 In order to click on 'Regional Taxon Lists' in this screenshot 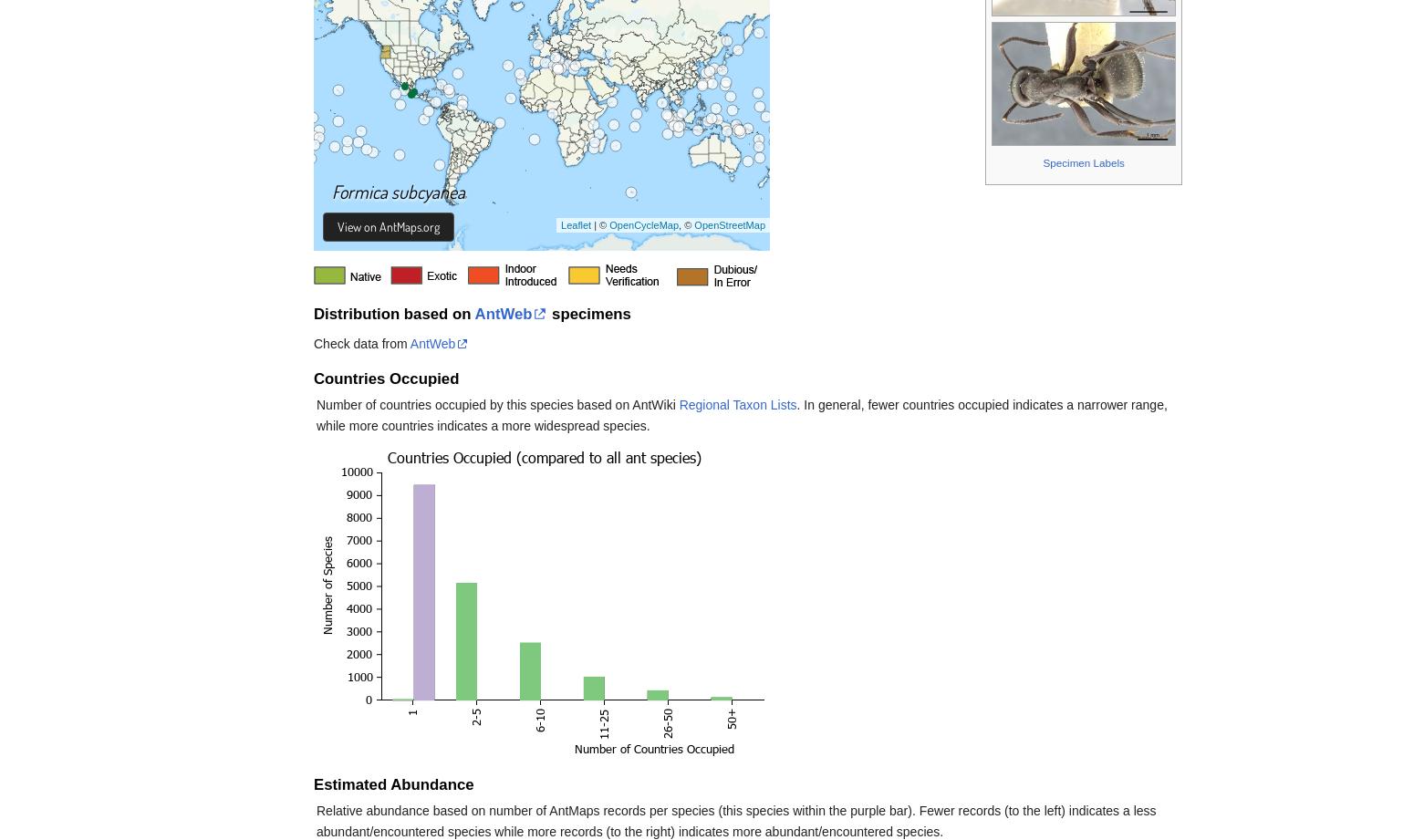, I will do `click(736, 405)`.